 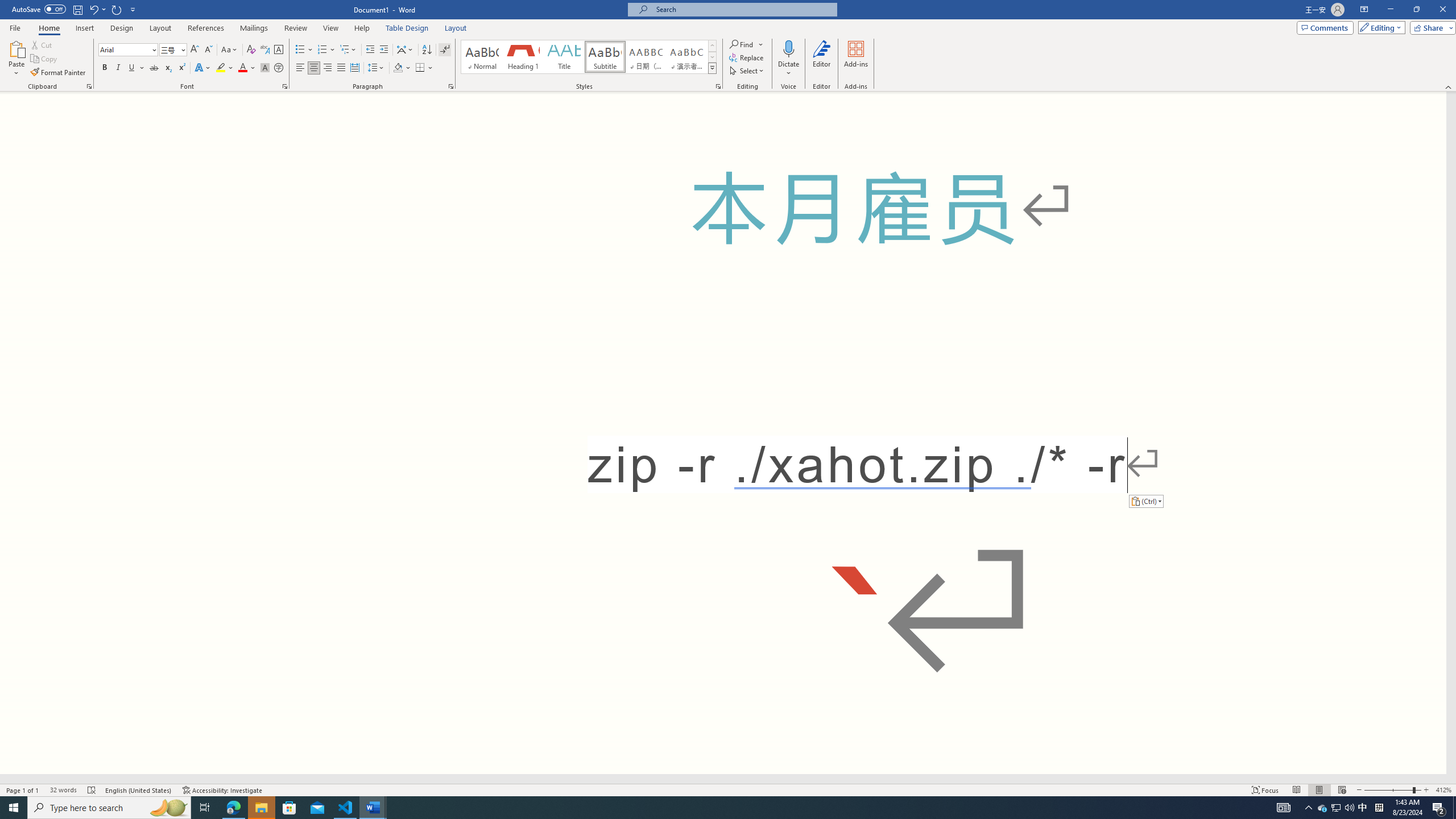 I want to click on 'Word Count 32 words', so click(x=63, y=790).